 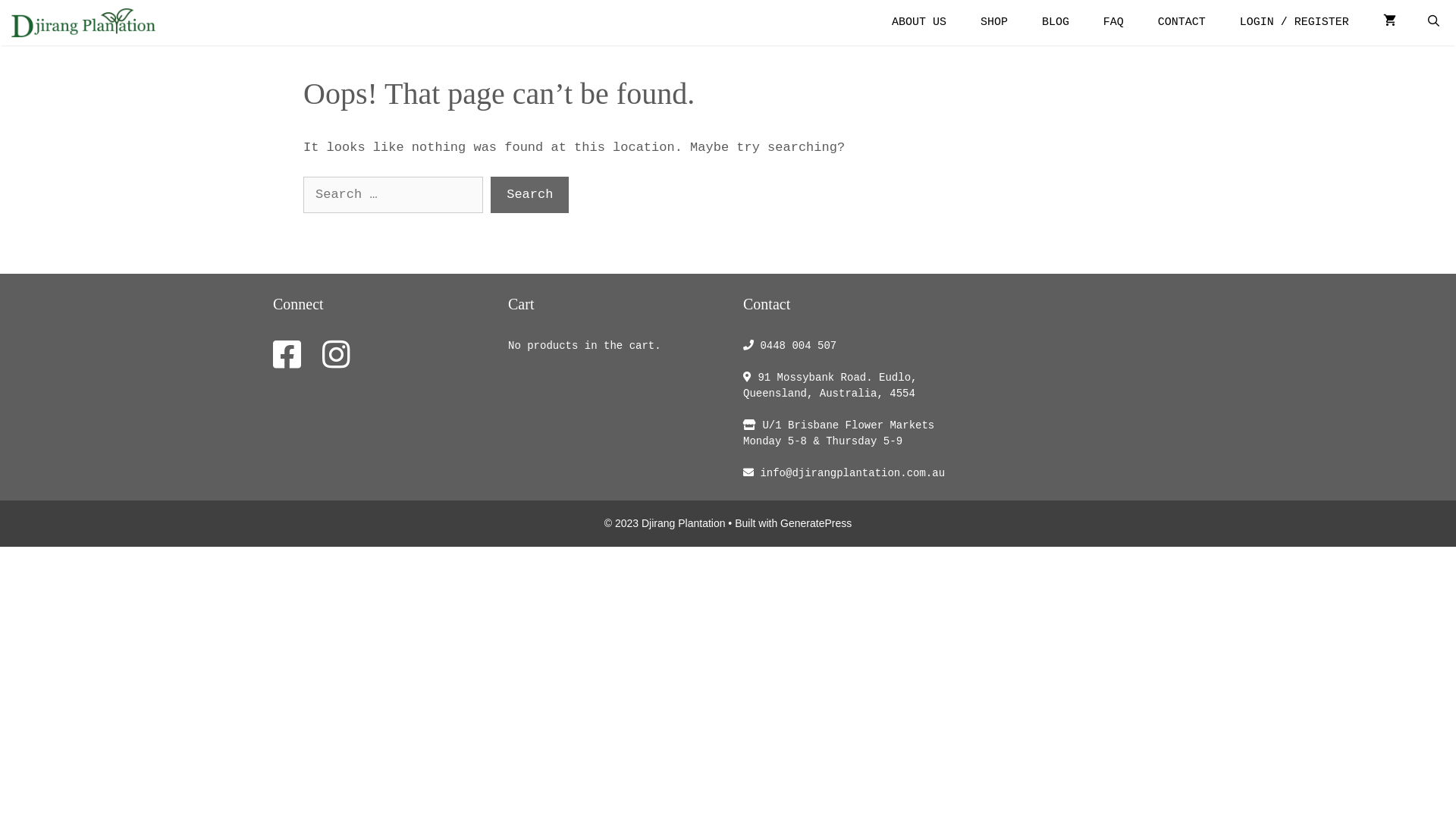 What do you see at coordinates (964, 23) in the screenshot?
I see `'SHOP'` at bounding box center [964, 23].